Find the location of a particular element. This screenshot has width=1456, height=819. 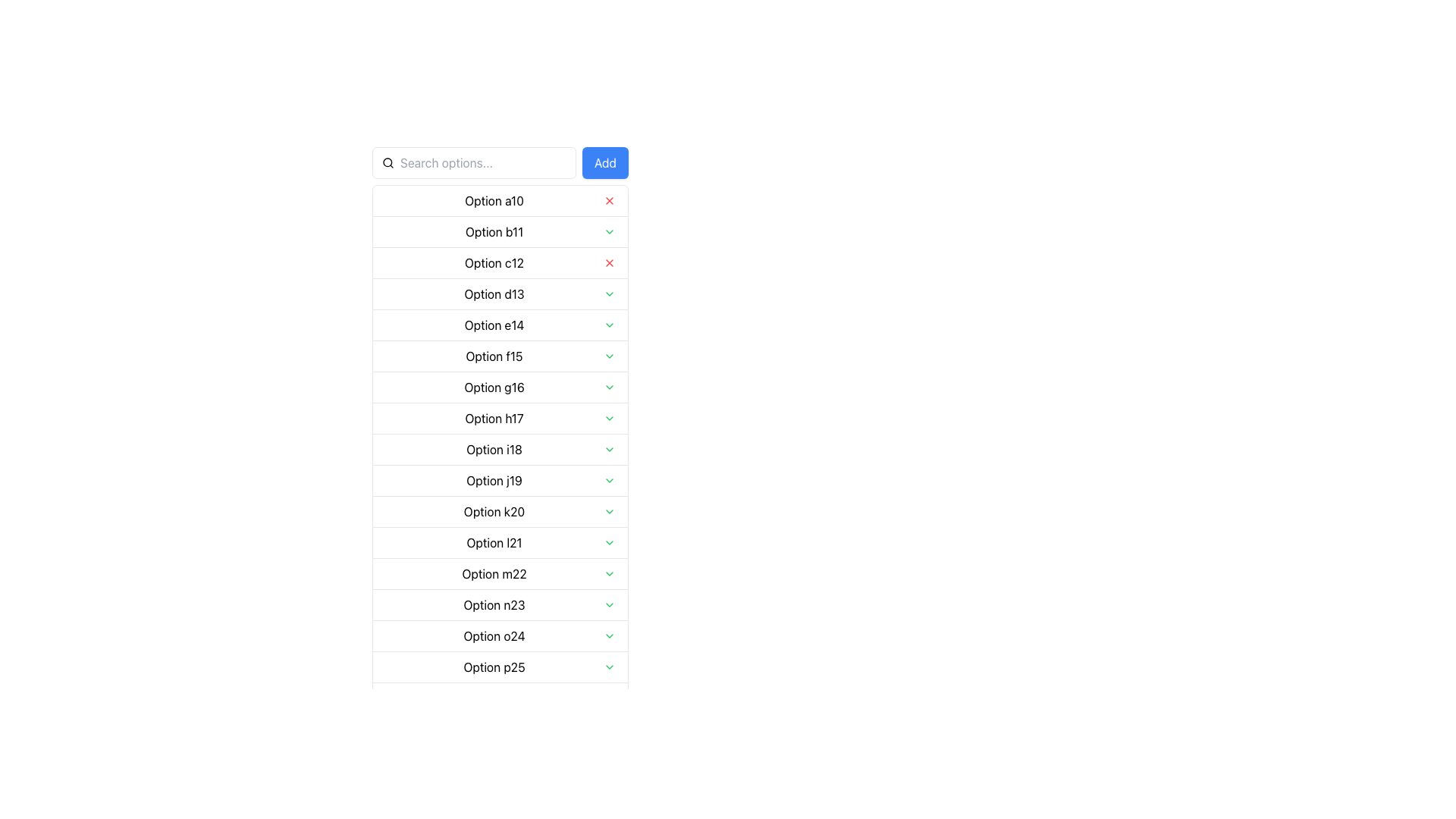

the list item labeled 'Option f15' is located at coordinates (500, 356).